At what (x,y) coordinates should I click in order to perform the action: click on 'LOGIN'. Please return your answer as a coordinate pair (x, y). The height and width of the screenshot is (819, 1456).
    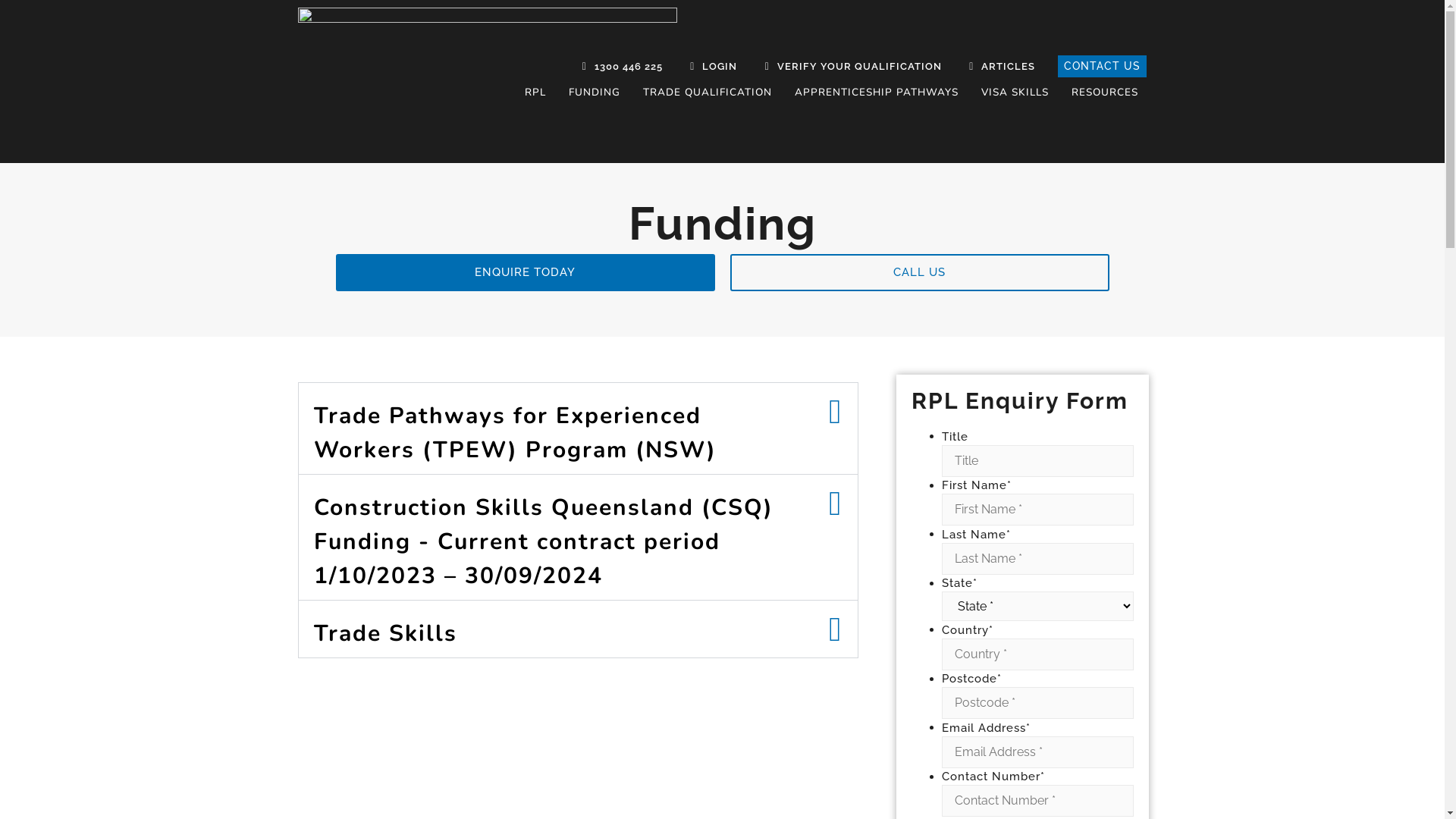
    Looking at the image, I should click on (680, 66).